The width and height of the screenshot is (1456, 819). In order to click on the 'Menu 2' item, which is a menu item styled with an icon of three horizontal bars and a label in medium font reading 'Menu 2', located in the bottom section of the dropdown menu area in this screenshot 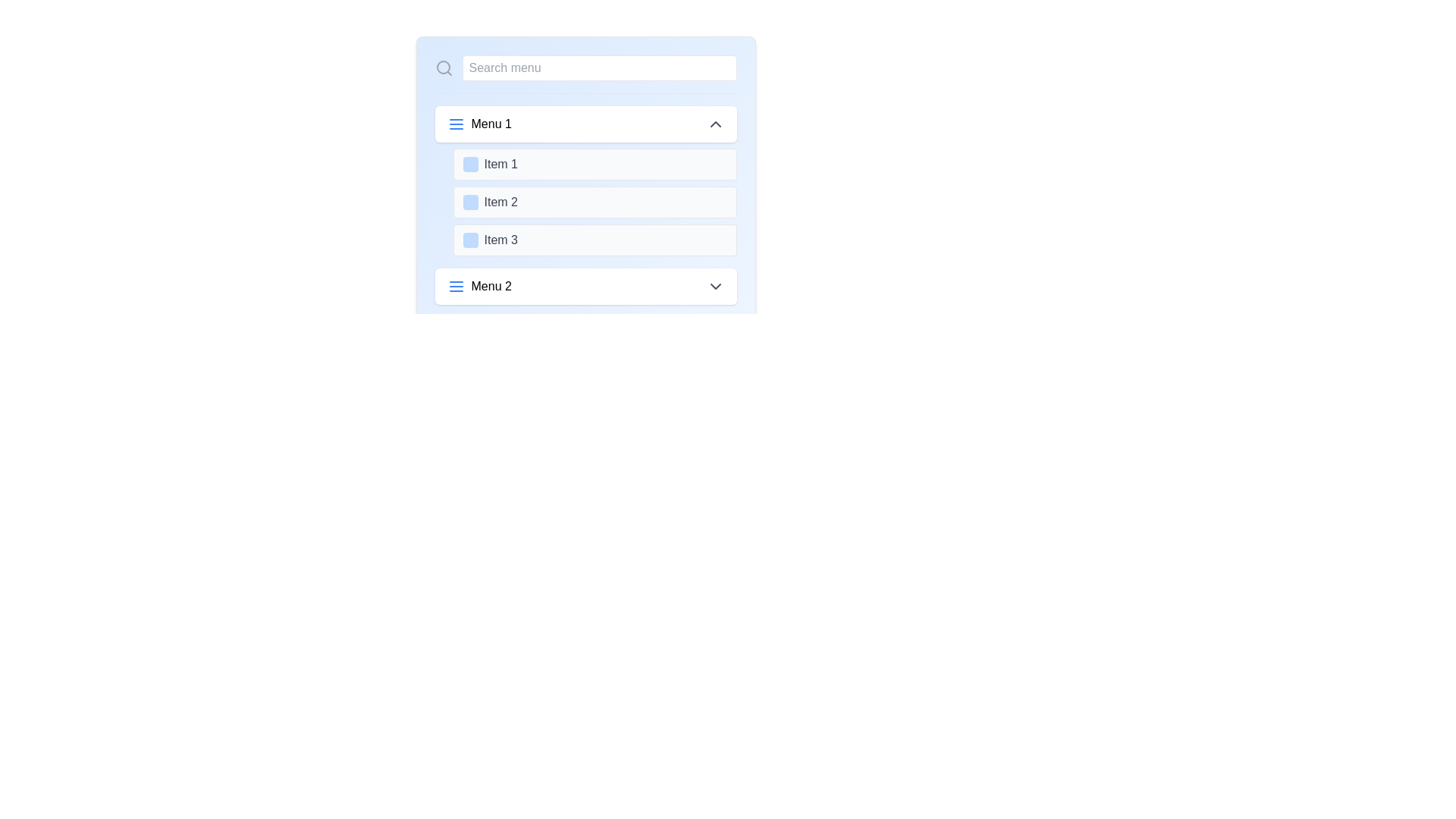, I will do `click(479, 287)`.